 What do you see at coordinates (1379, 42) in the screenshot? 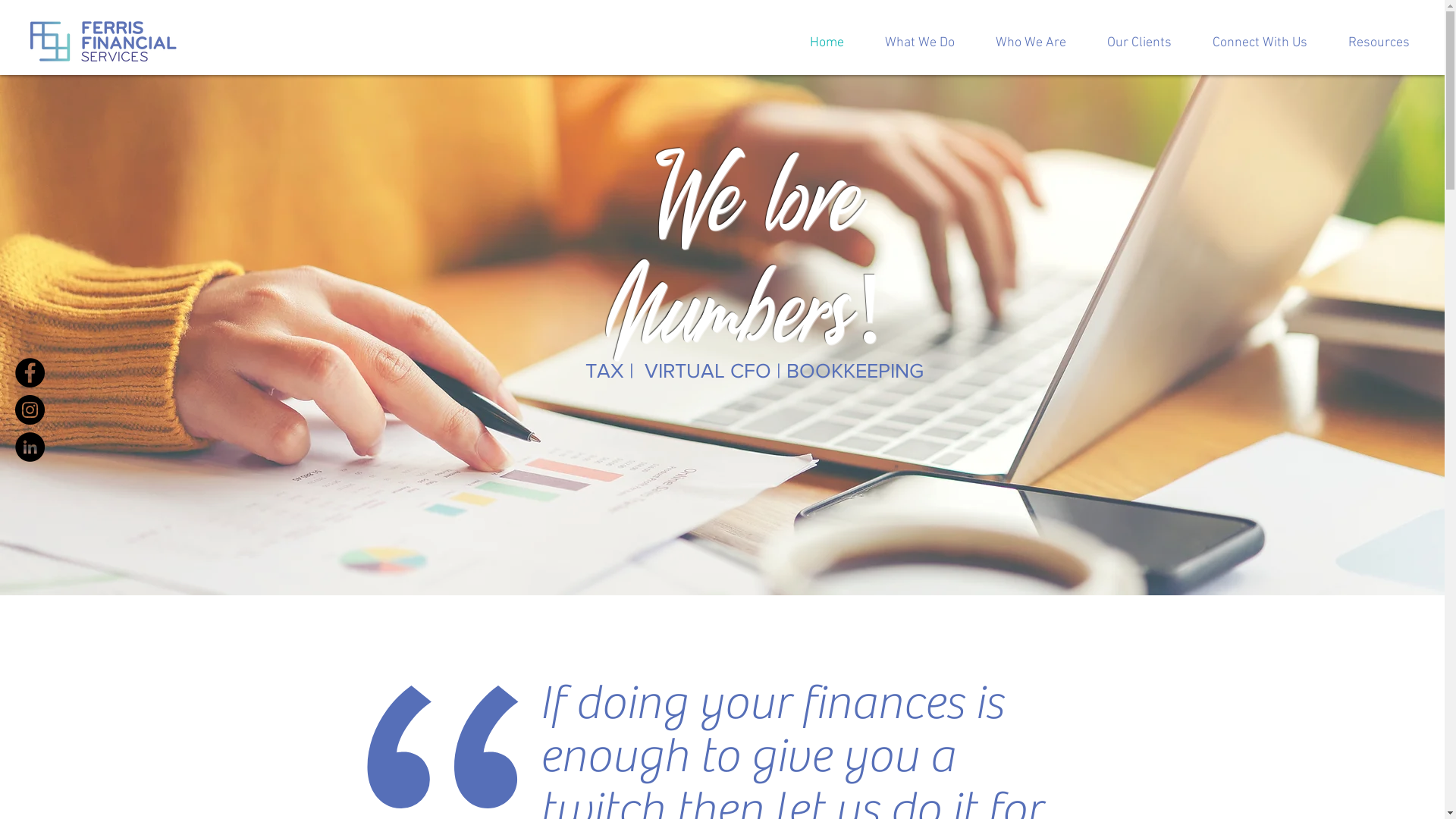
I see `'Resources'` at bounding box center [1379, 42].